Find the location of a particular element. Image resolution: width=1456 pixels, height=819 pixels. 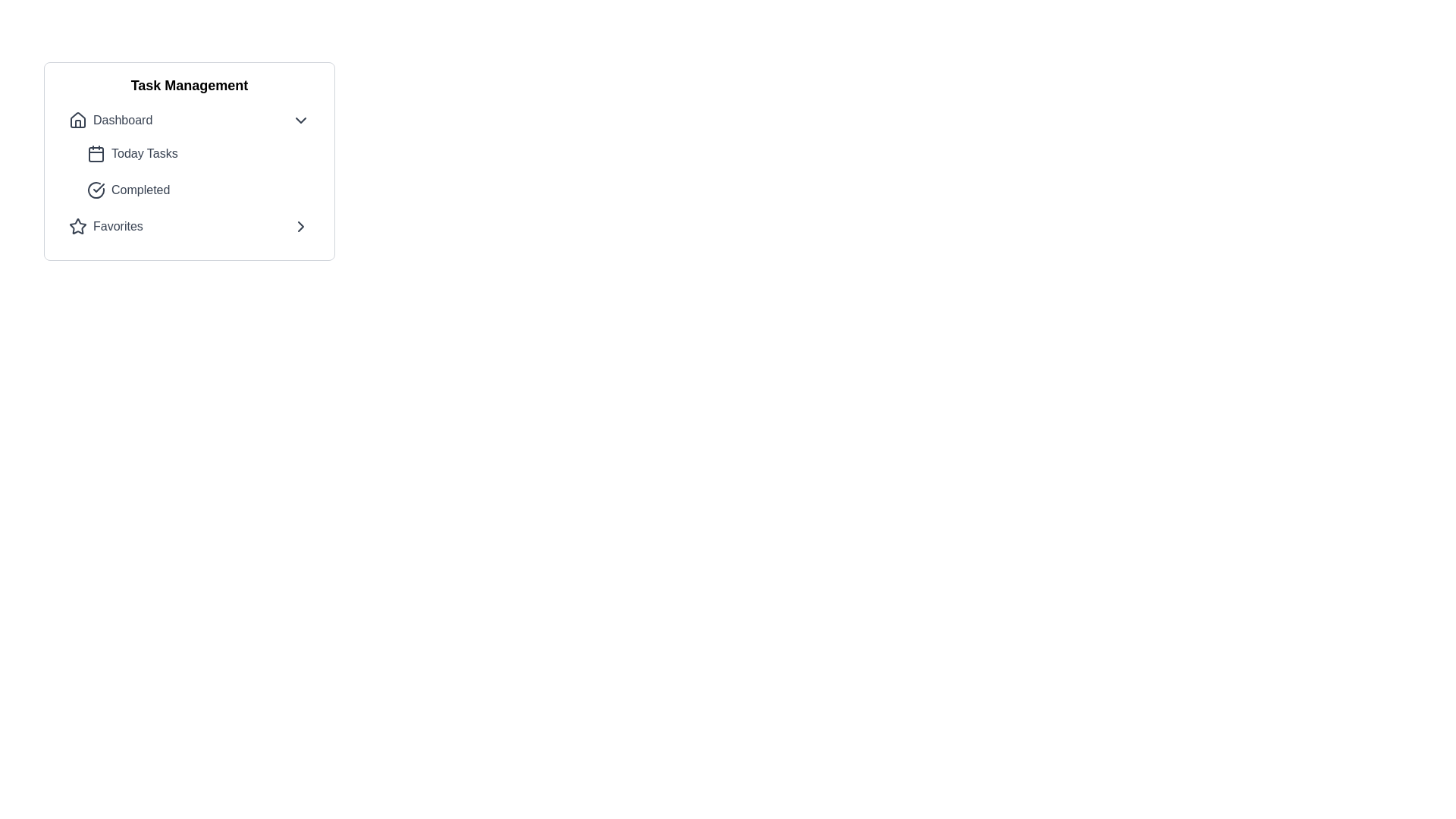

the navigational button at the top of the 'Task Management' card to activate its hover styles is located at coordinates (188, 119).